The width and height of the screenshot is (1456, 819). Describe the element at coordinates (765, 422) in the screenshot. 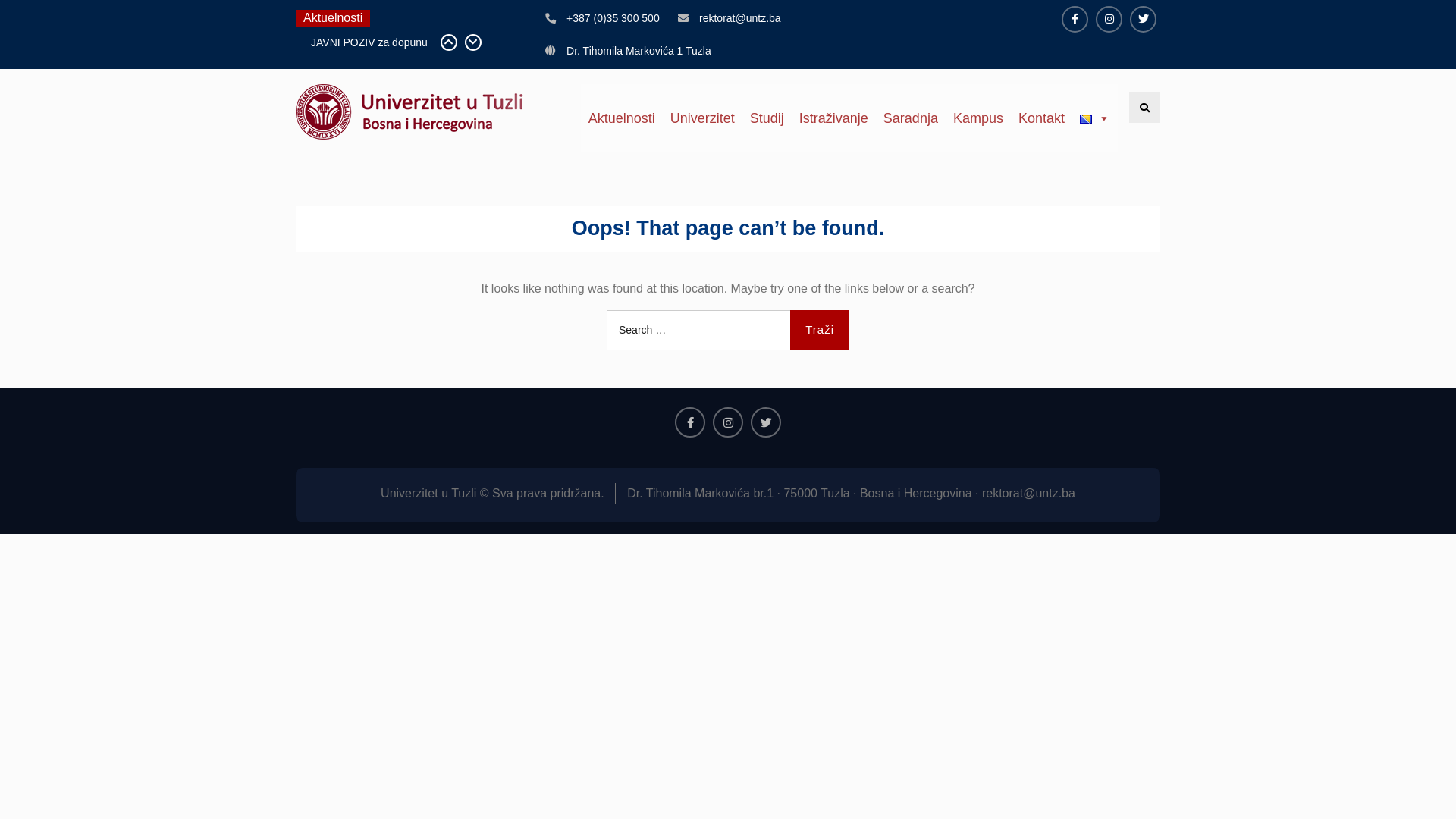

I see `'Twitter'` at that location.